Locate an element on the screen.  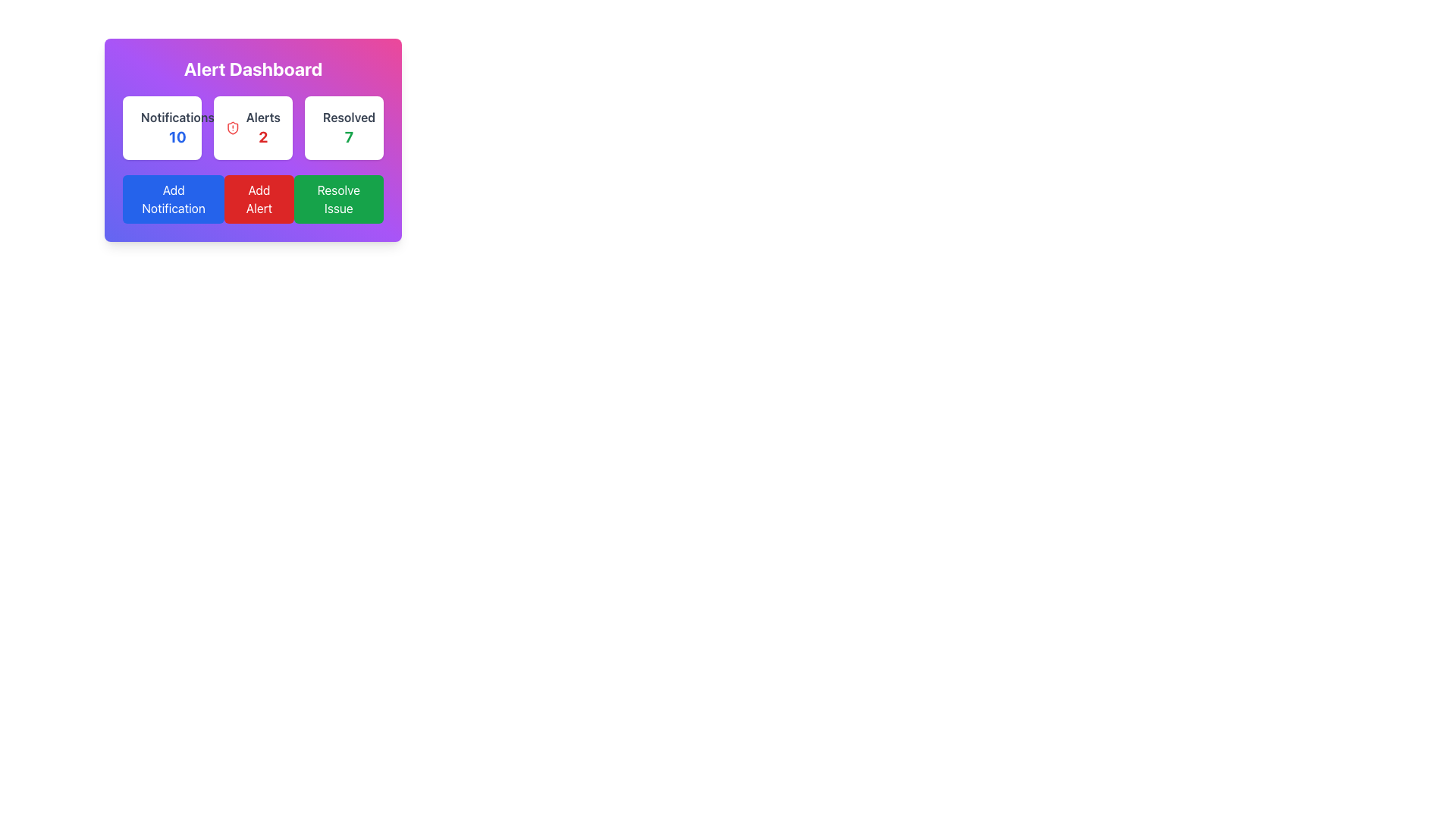
the leftmost button for adding a new notification is located at coordinates (174, 198).